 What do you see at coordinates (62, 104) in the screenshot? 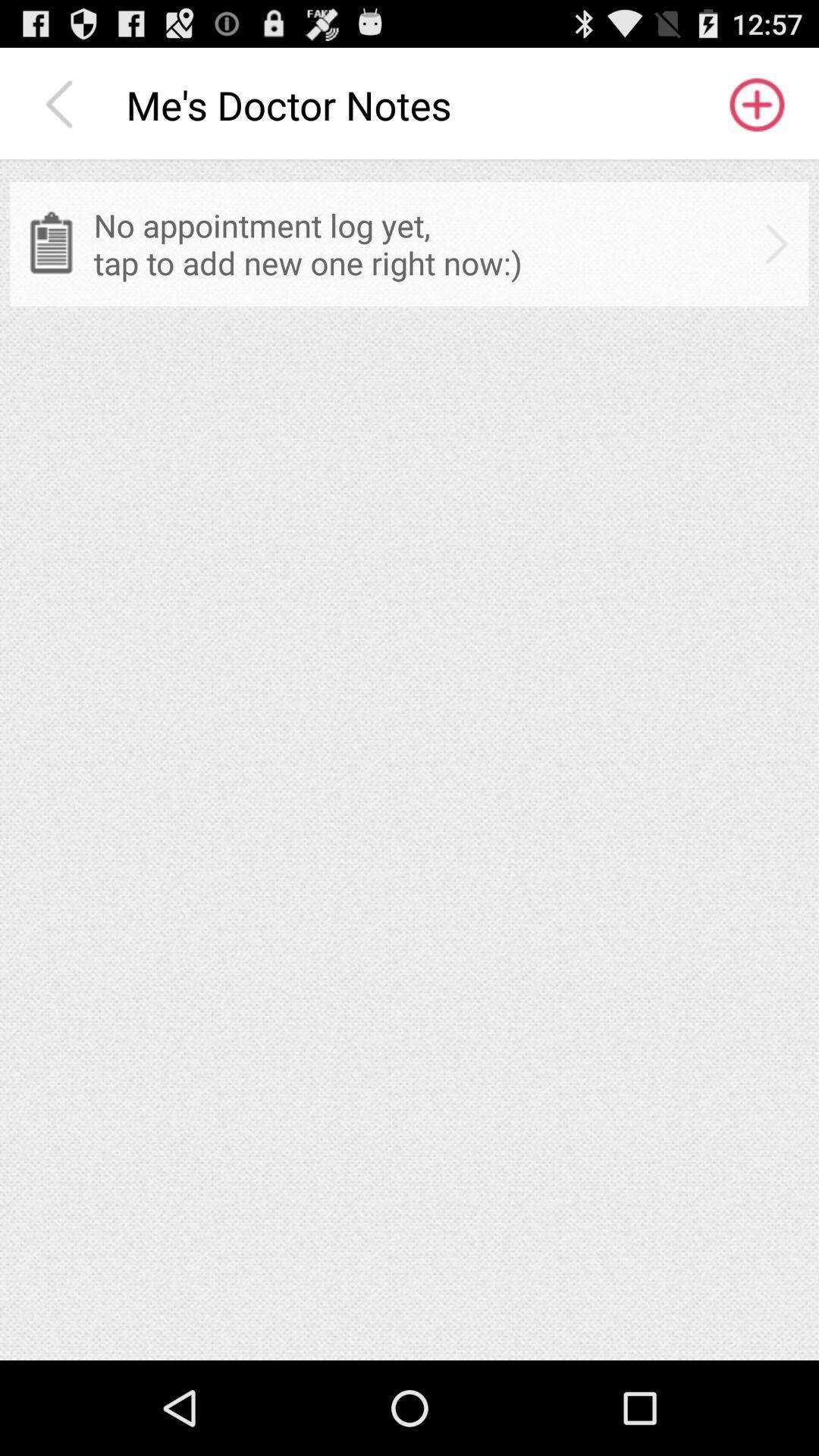
I see `item next to me s doctor` at bounding box center [62, 104].